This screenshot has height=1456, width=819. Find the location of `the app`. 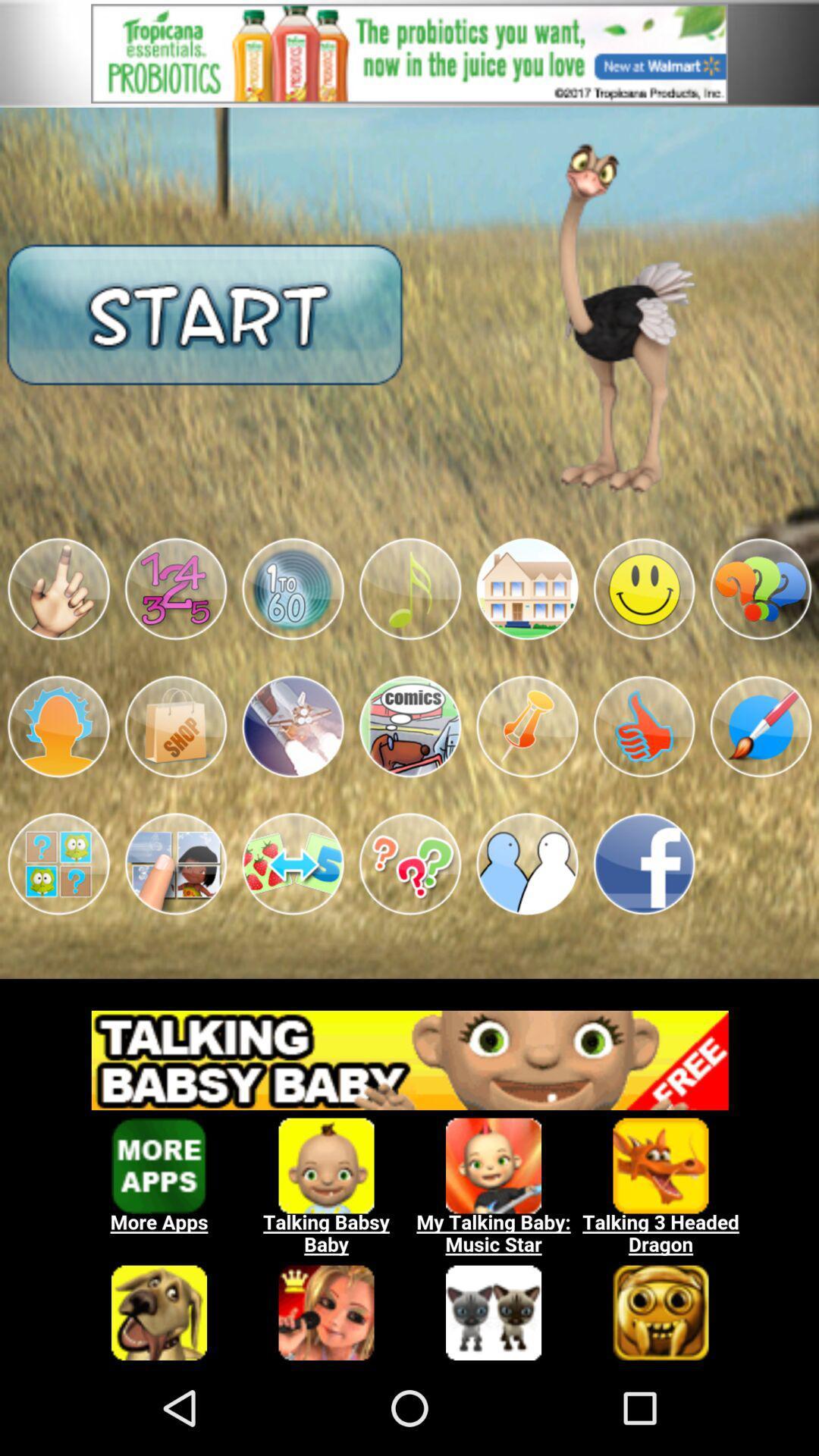

the app is located at coordinates (409, 726).